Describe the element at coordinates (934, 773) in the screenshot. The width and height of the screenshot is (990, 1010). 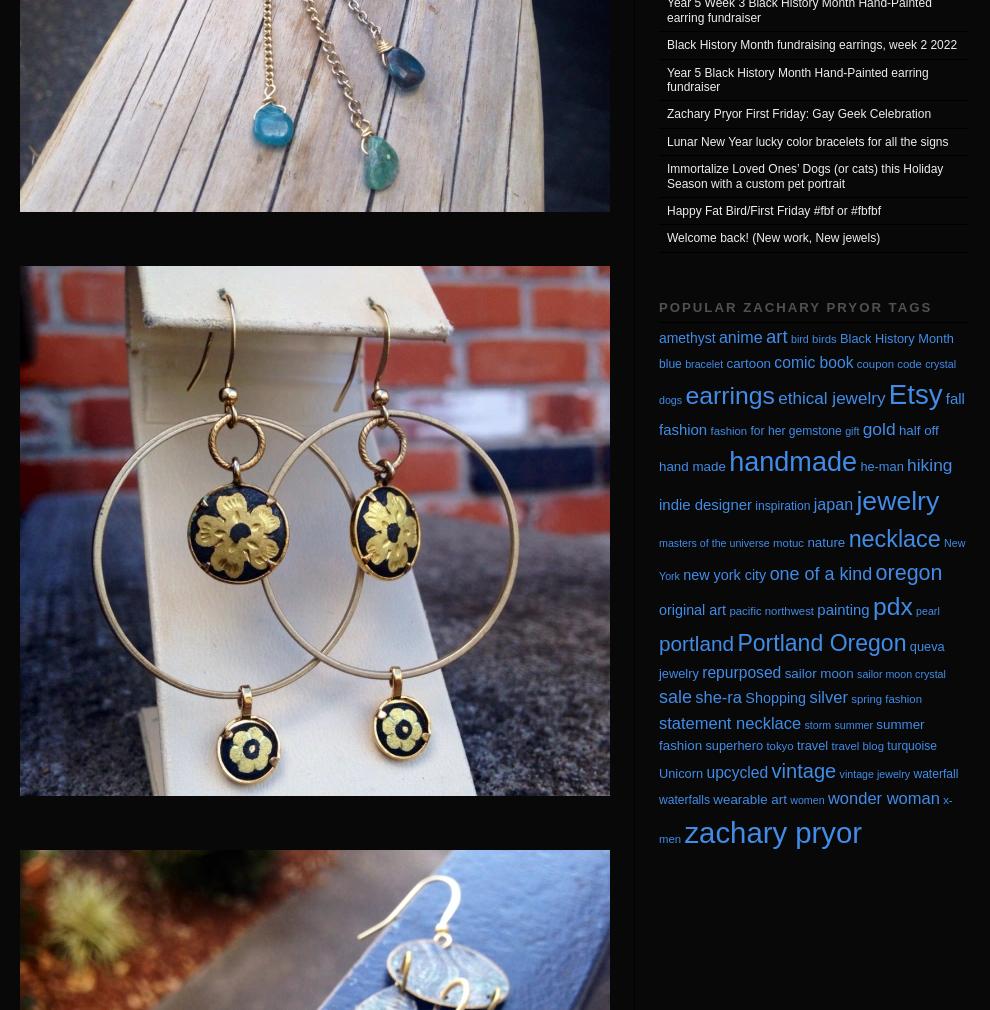
I see `'waterfall'` at that location.